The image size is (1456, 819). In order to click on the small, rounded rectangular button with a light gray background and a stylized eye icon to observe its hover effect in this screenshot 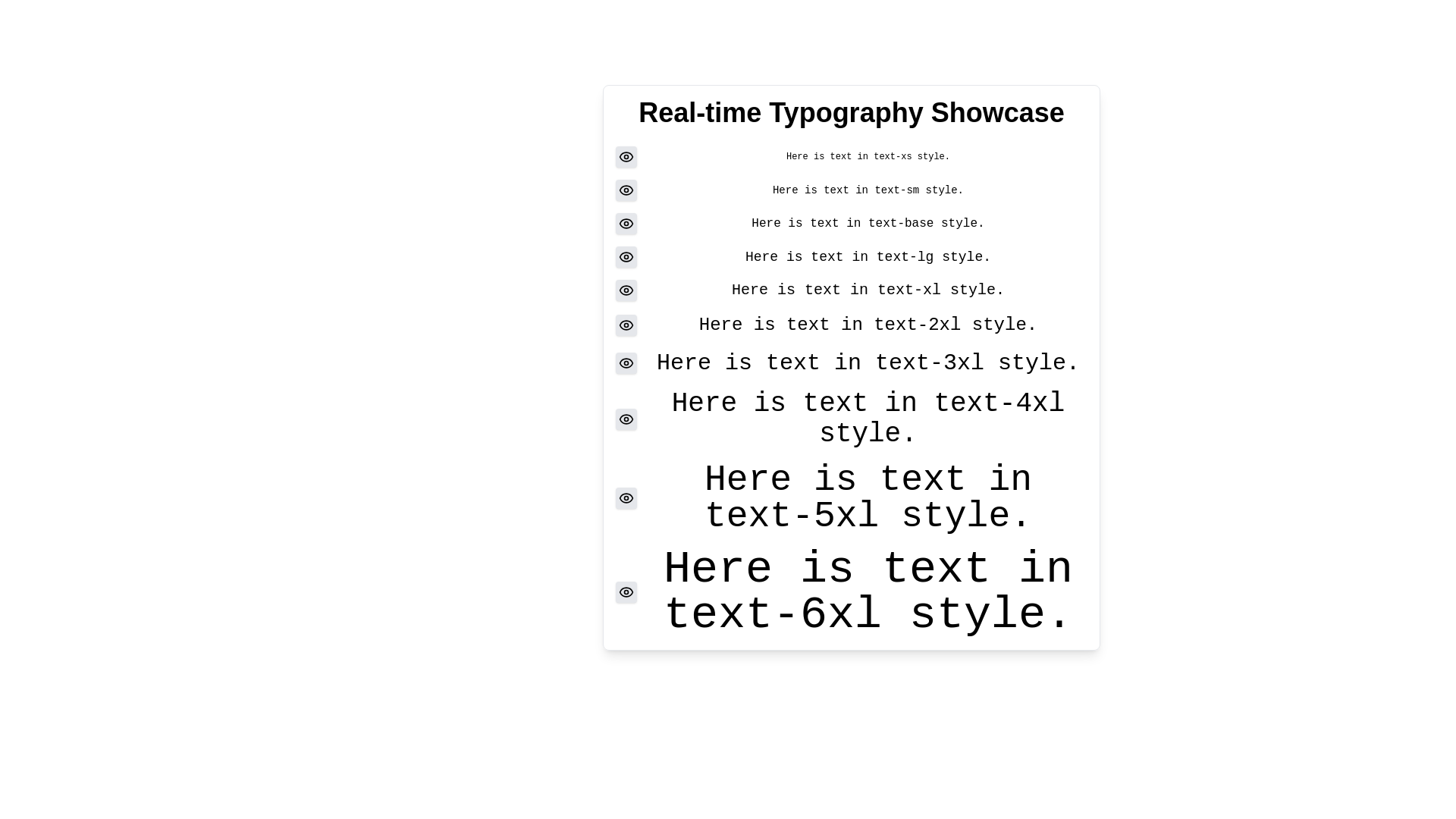, I will do `click(626, 223)`.